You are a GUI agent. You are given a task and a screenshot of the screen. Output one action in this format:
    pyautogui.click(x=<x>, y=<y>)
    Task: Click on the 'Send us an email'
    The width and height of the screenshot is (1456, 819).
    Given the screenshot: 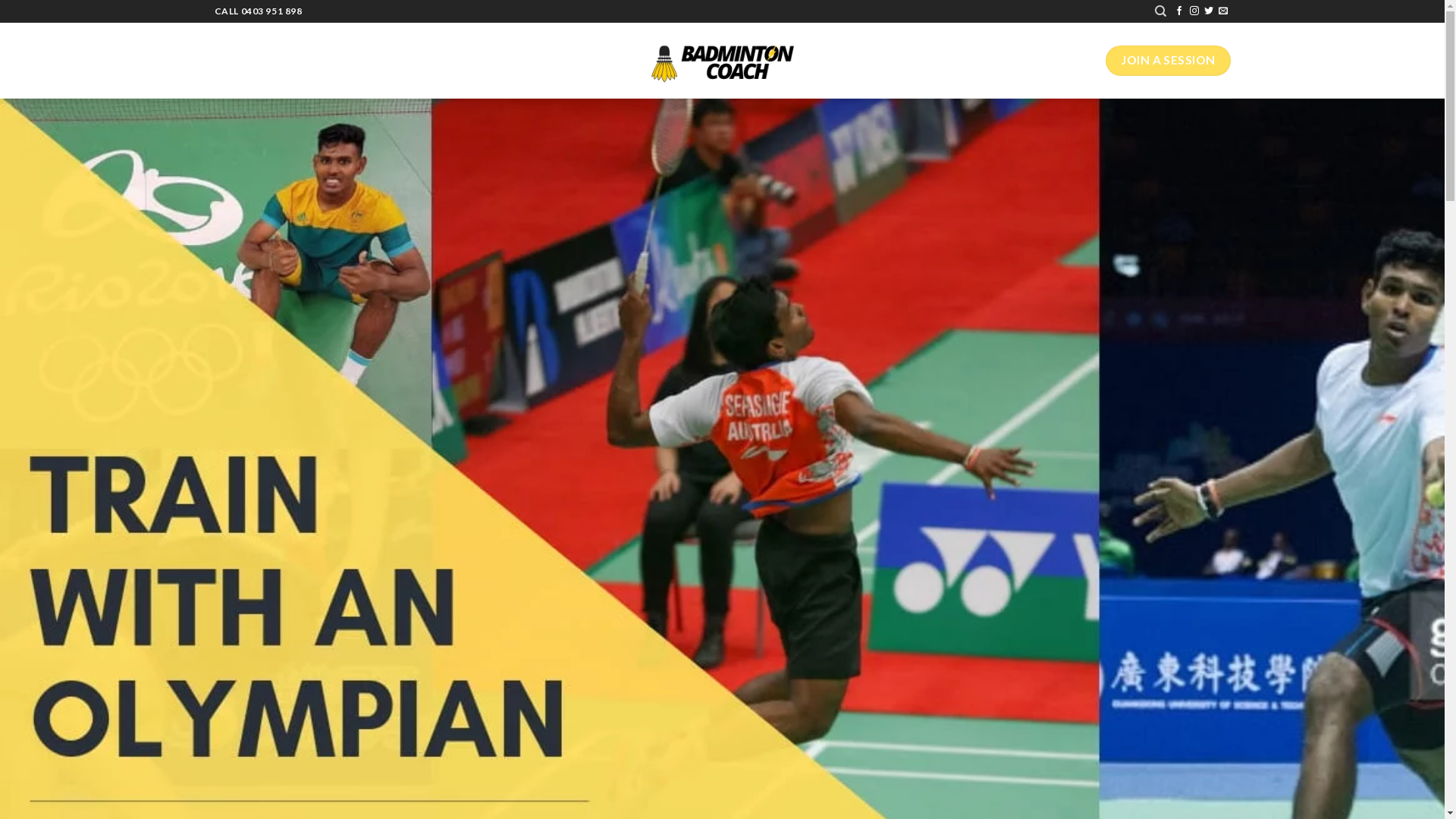 What is the action you would take?
    pyautogui.click(x=1222, y=11)
    